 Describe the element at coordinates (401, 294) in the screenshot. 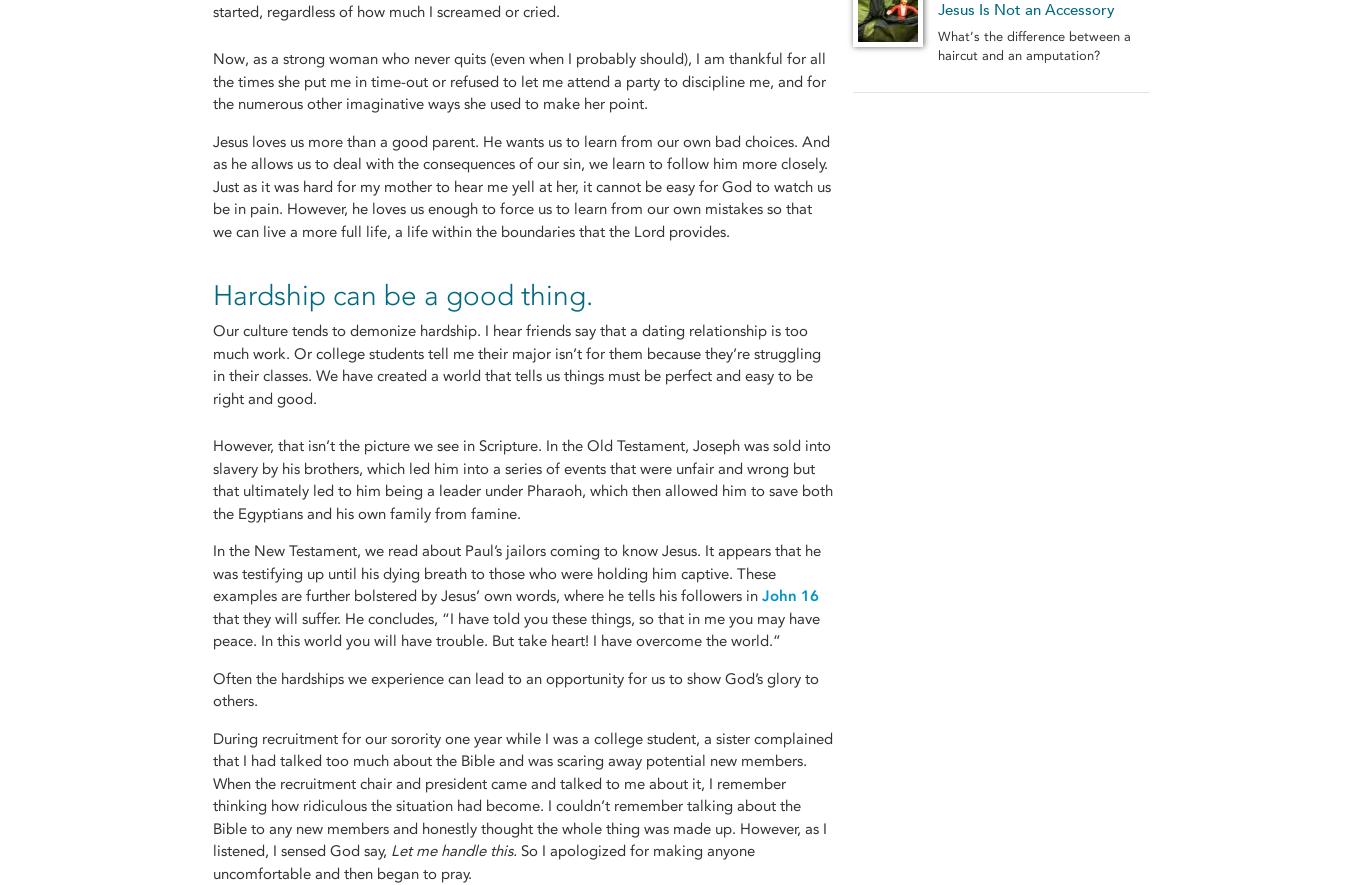

I see `'Hardship can be a good thing.'` at that location.